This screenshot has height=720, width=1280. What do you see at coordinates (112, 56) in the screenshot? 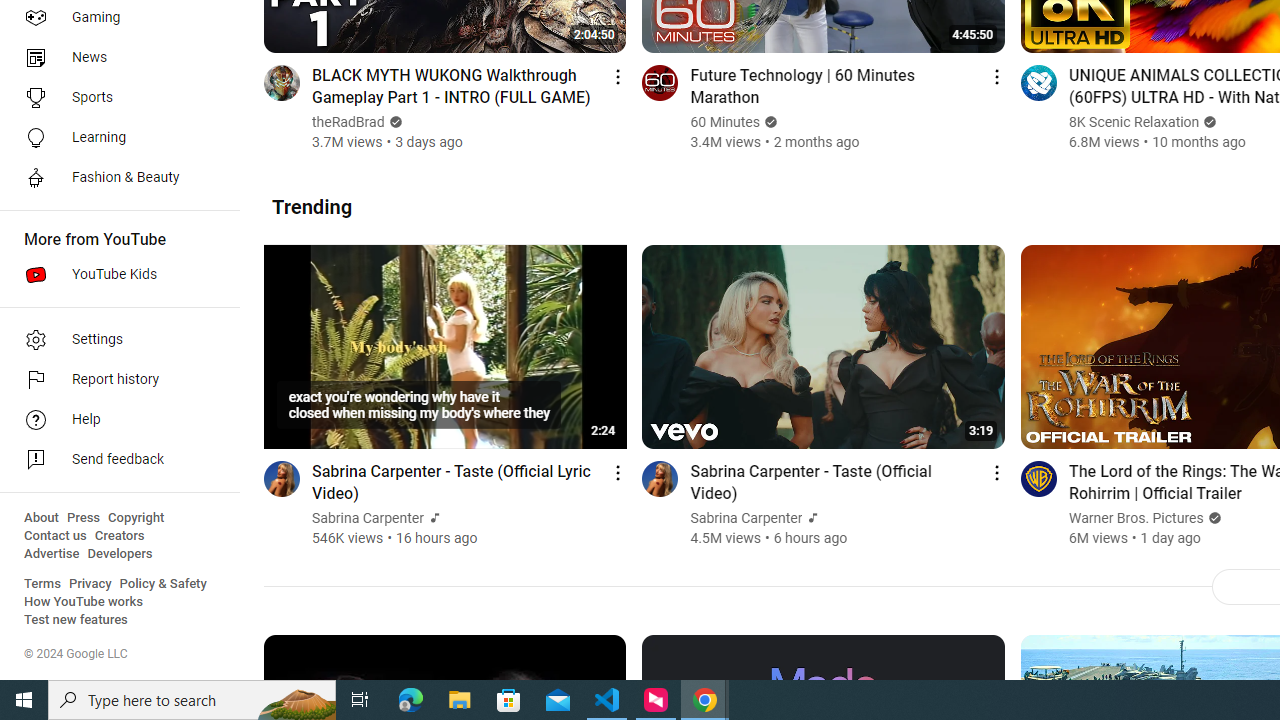
I see `'News'` at bounding box center [112, 56].